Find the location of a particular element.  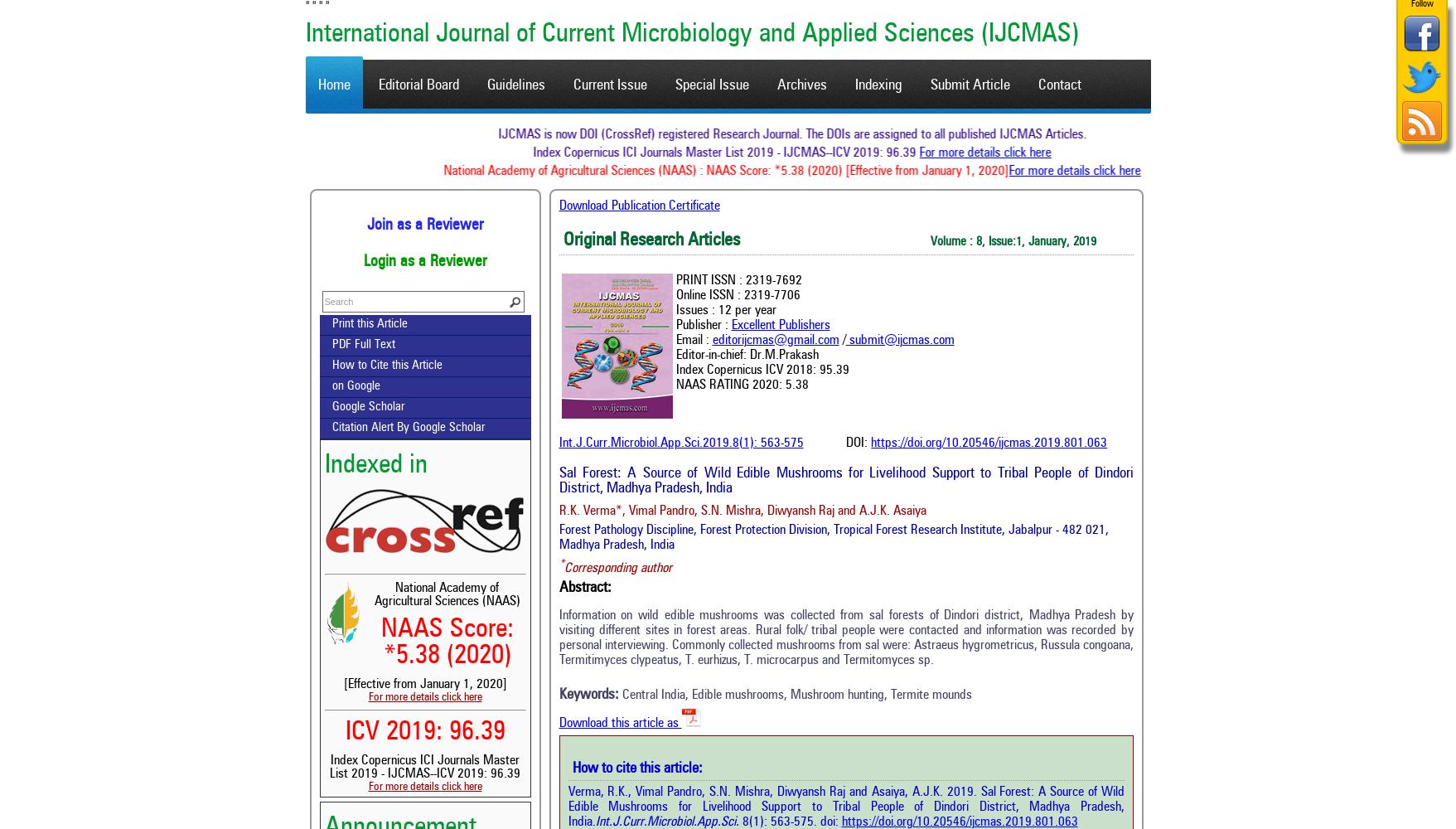

'on Google' is located at coordinates (355, 385).